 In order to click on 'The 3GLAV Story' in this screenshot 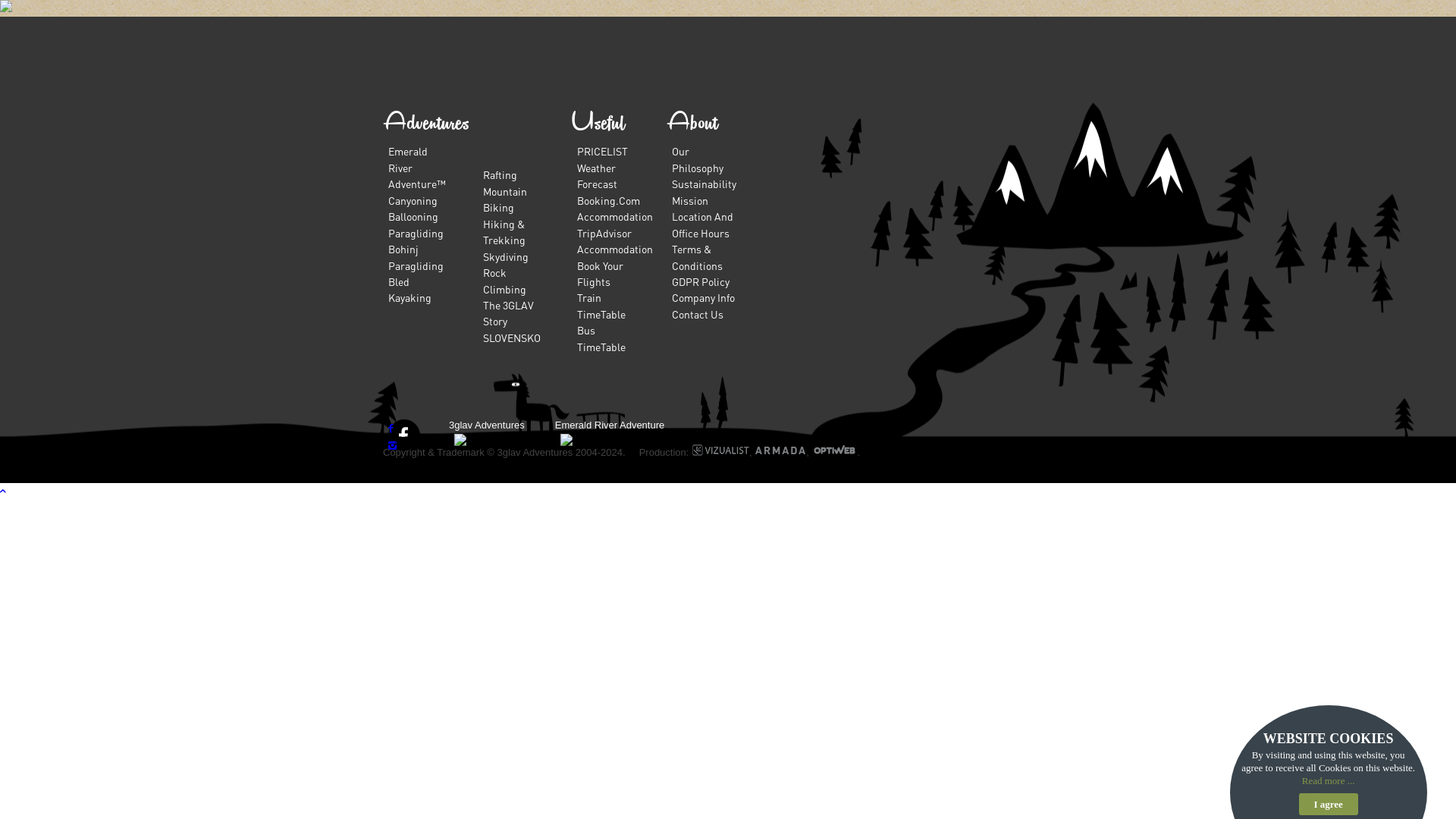, I will do `click(508, 312)`.